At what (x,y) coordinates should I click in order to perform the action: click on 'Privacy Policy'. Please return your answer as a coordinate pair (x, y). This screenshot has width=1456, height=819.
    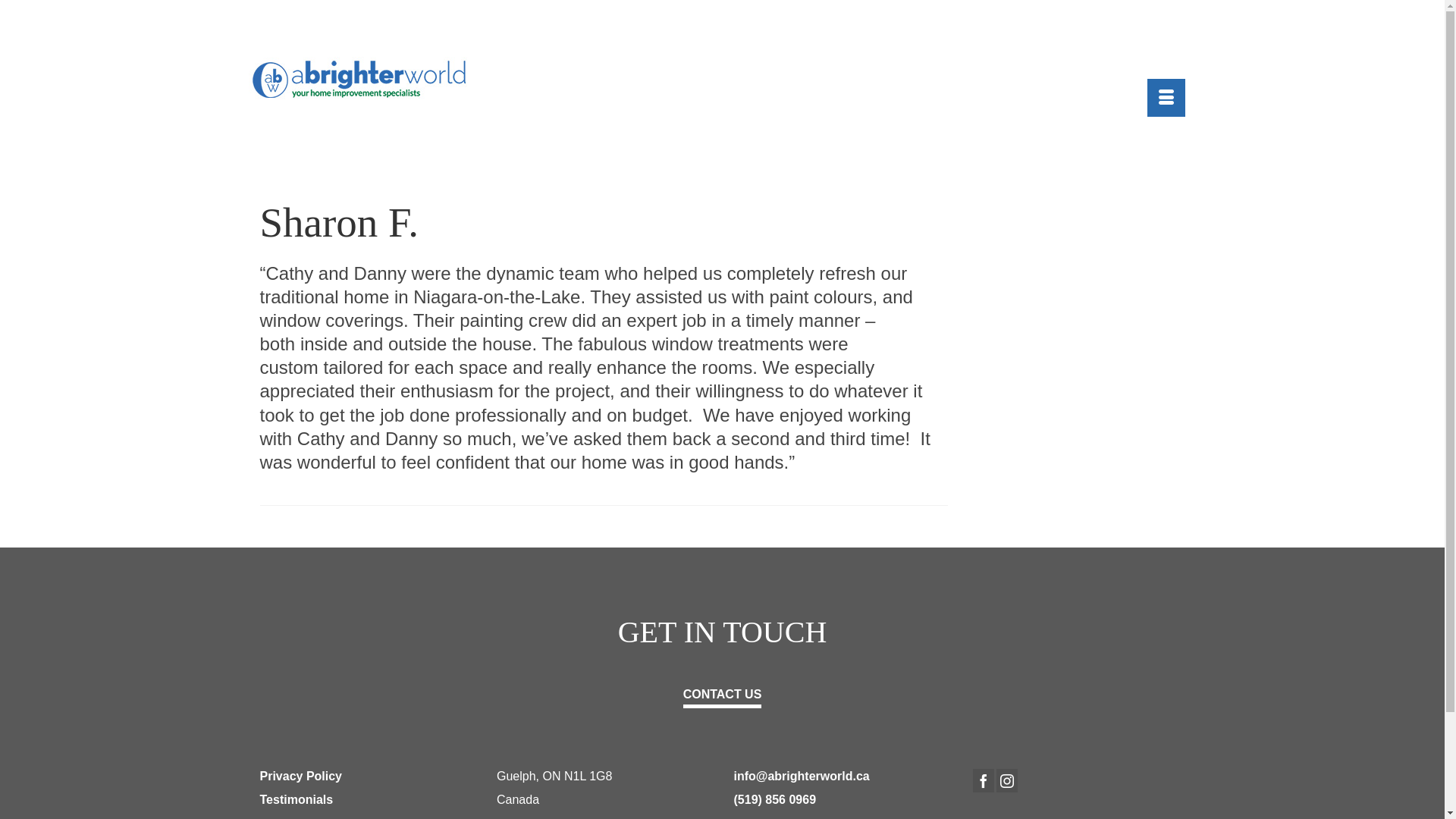
    Looking at the image, I should click on (300, 776).